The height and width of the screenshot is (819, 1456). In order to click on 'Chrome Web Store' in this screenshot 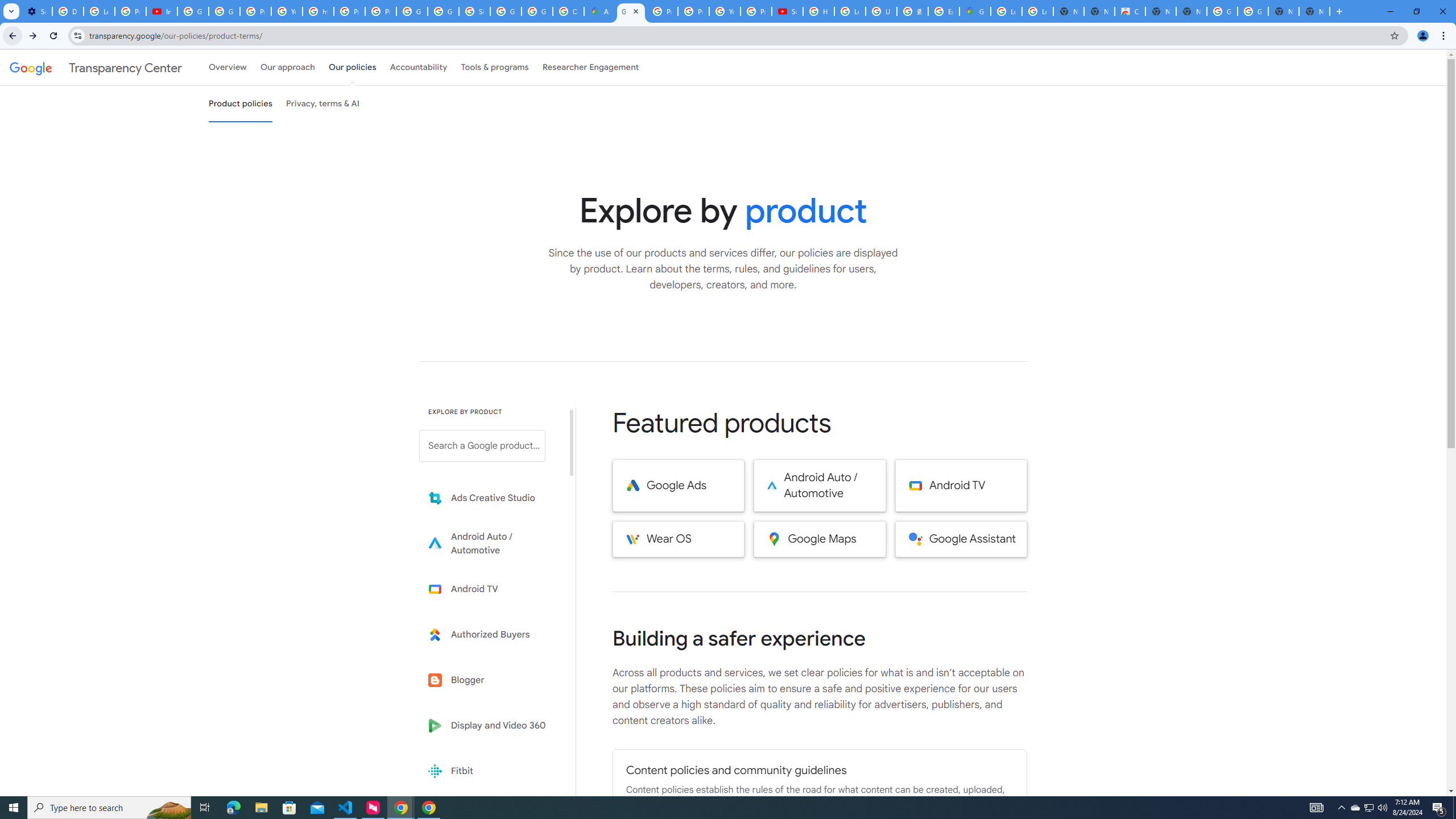, I will do `click(1129, 11)`.